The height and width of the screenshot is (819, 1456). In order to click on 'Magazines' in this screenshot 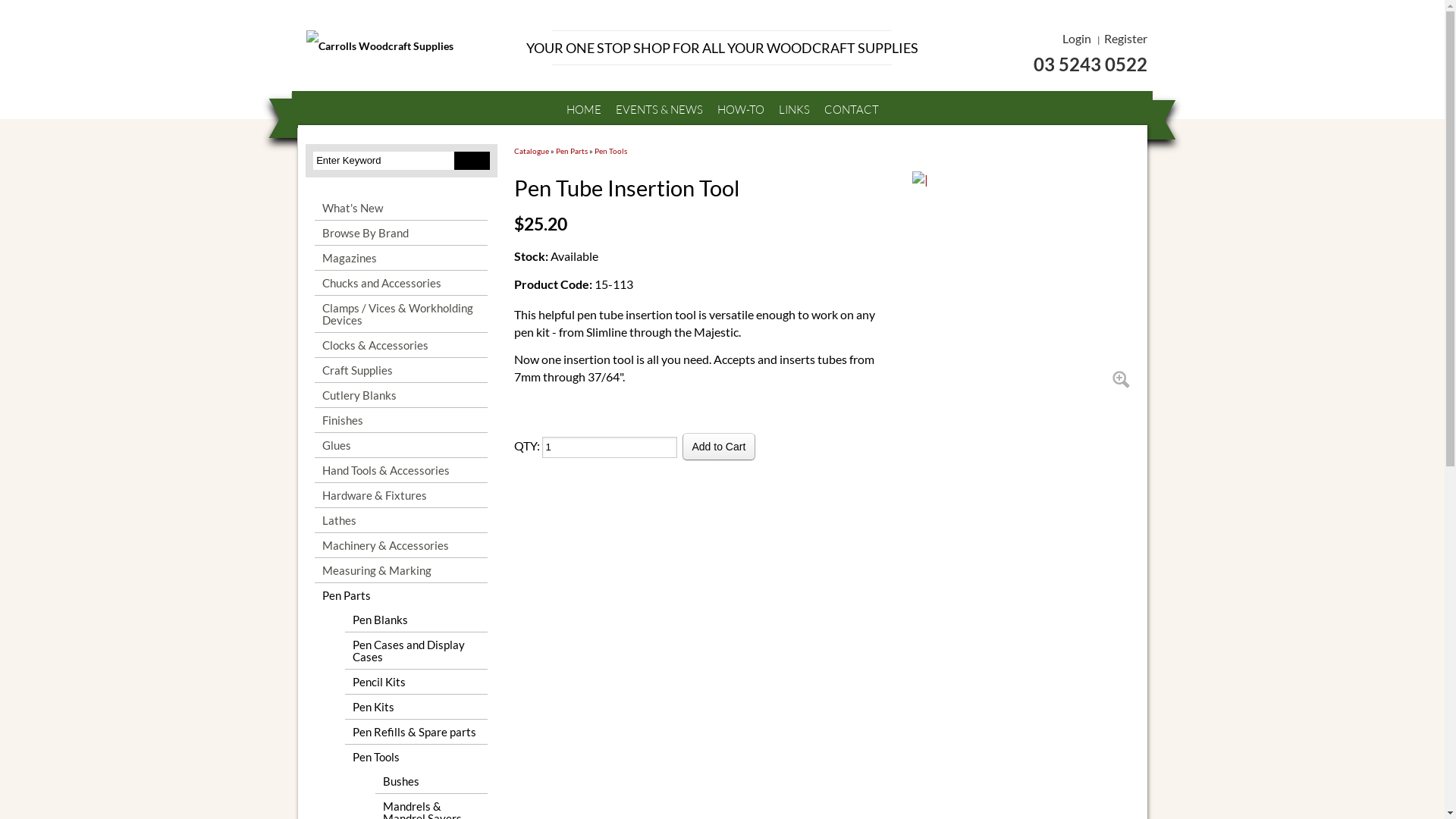, I will do `click(400, 256)`.